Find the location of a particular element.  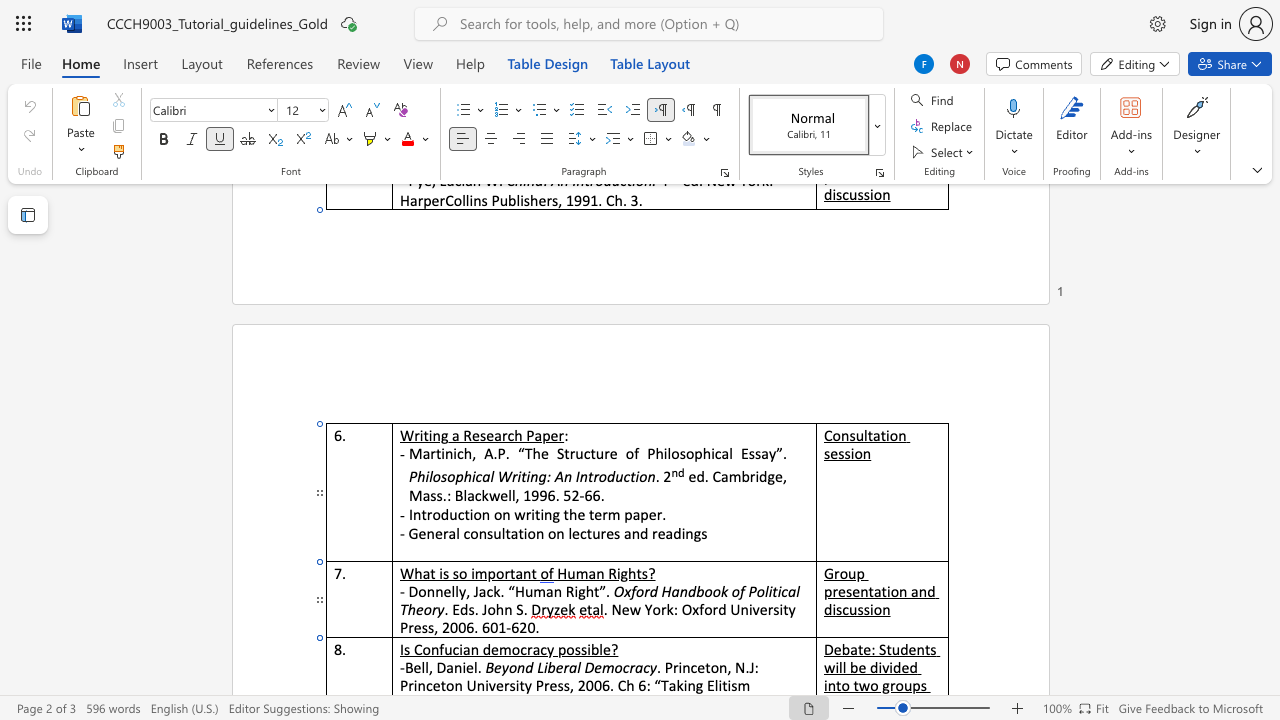

the 1th character "E" in the text is located at coordinates (710, 684).